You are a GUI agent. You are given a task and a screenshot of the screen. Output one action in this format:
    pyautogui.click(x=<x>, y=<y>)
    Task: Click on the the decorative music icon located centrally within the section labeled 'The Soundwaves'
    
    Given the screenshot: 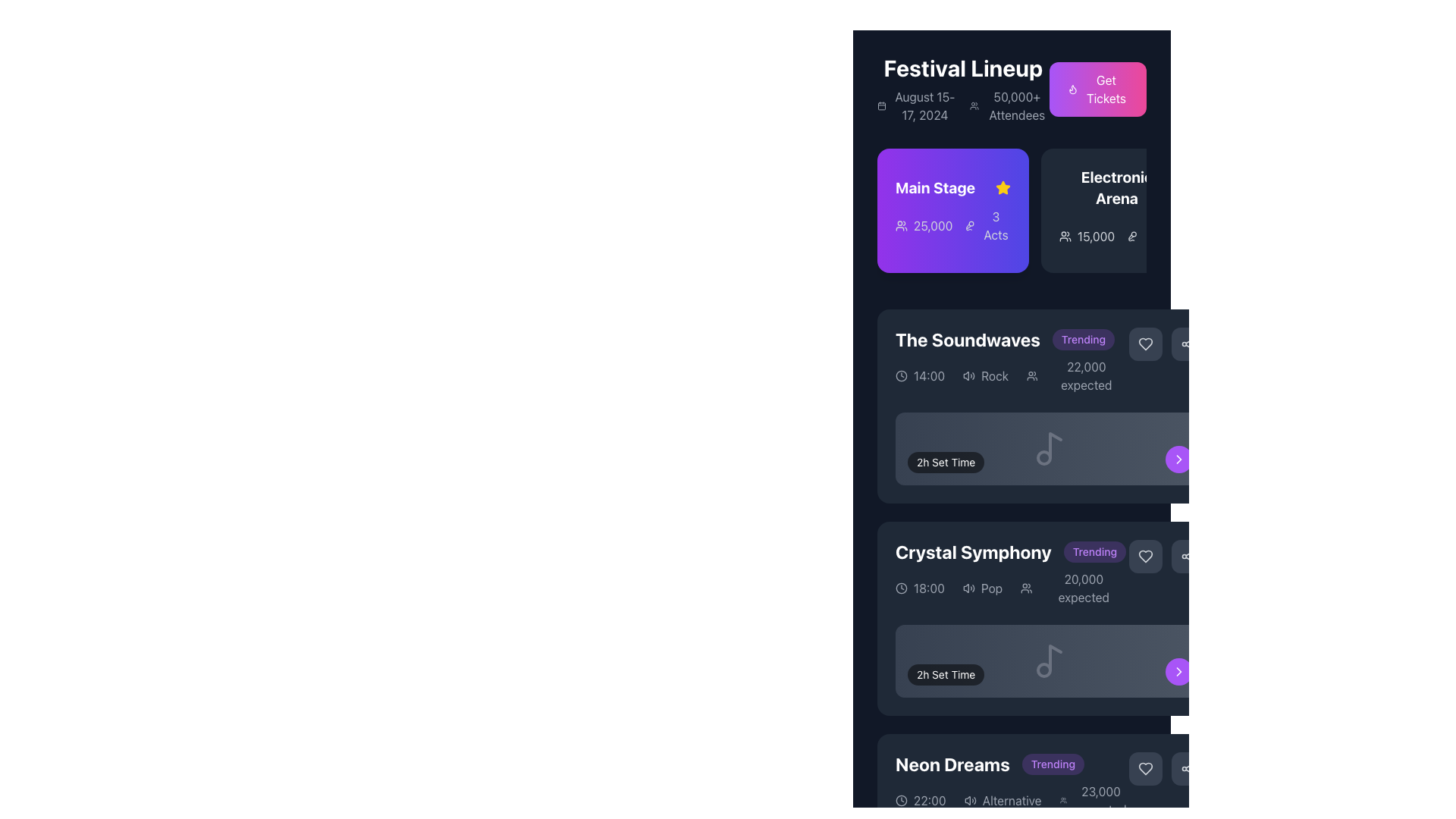 What is the action you would take?
    pyautogui.click(x=1049, y=447)
    